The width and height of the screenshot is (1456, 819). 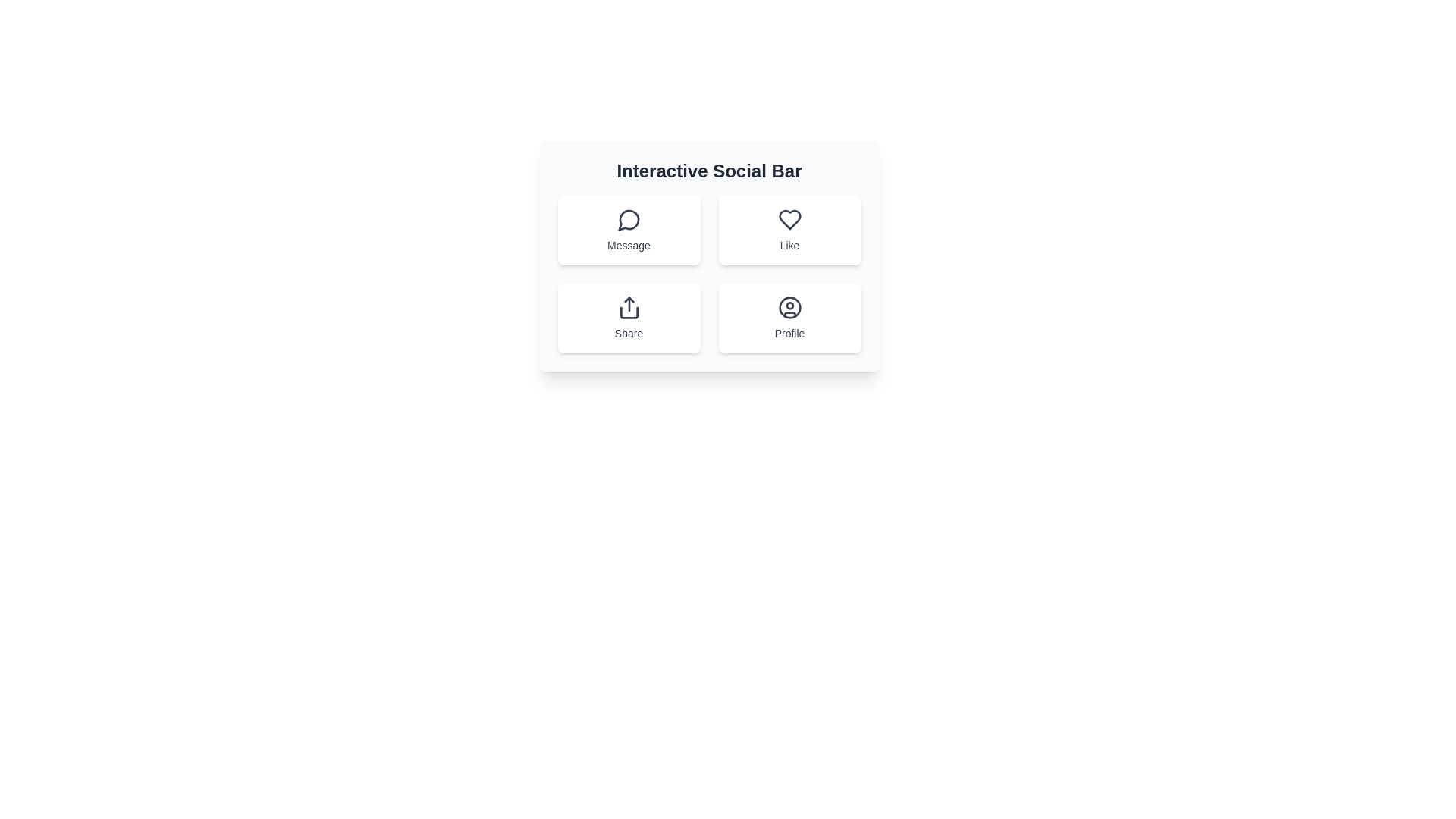 What do you see at coordinates (628, 220) in the screenshot?
I see `the speech bubble icon located on the top-left of the 2x2 grid layout within the social bar interface, which is aligned with the 'Message' label below it` at bounding box center [628, 220].